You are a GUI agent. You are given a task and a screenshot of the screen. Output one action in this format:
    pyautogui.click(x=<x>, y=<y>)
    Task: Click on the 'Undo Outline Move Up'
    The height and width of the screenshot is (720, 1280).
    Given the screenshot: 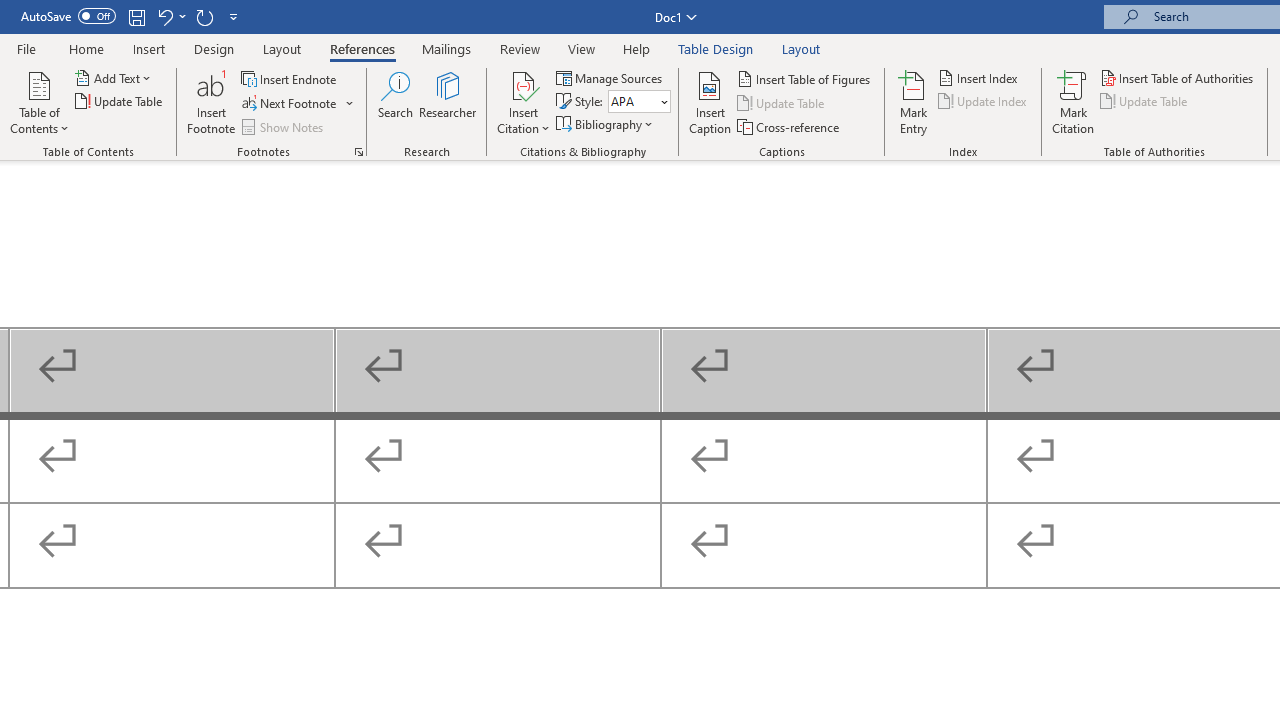 What is the action you would take?
    pyautogui.click(x=164, y=16)
    